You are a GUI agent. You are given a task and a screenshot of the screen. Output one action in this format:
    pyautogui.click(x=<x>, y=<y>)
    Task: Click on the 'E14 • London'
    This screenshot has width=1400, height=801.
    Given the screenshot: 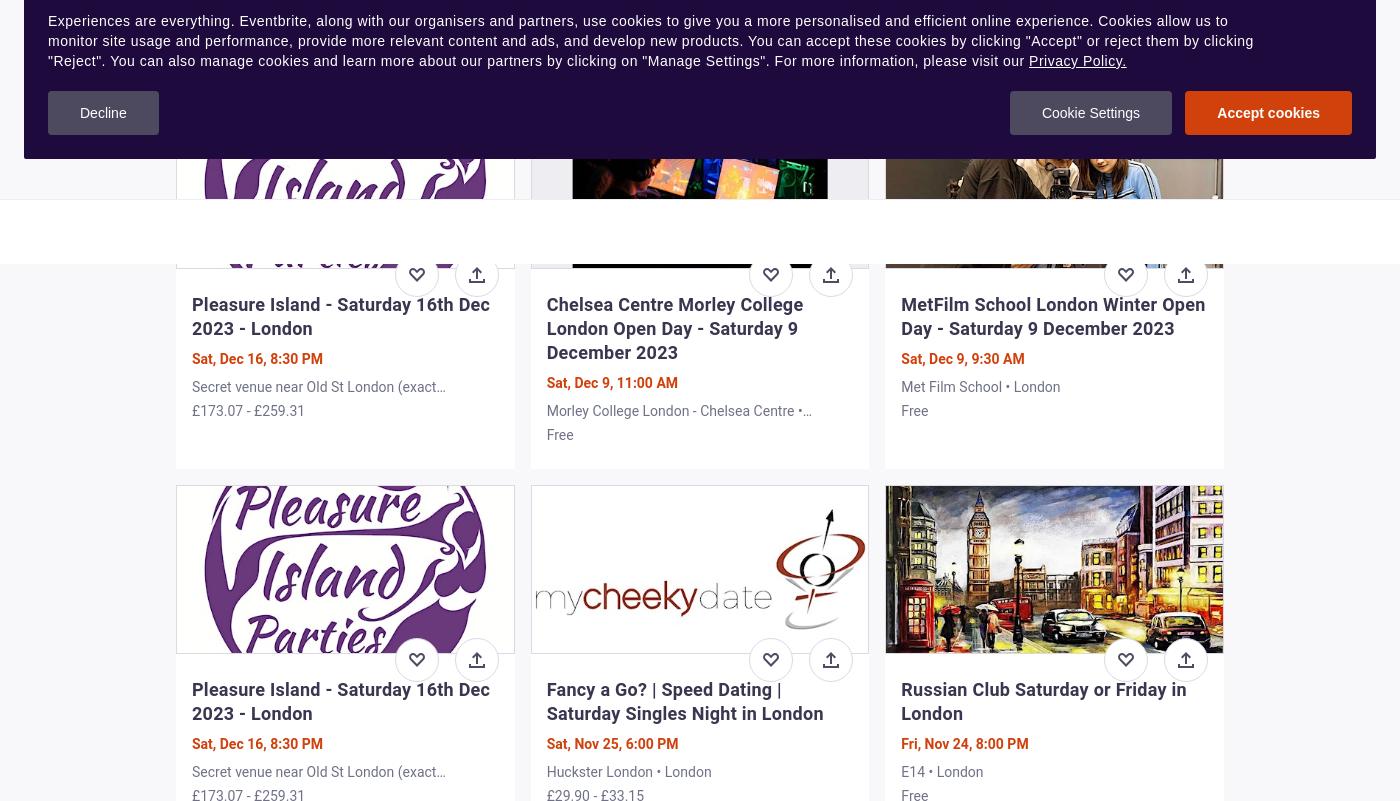 What is the action you would take?
    pyautogui.click(x=942, y=769)
    